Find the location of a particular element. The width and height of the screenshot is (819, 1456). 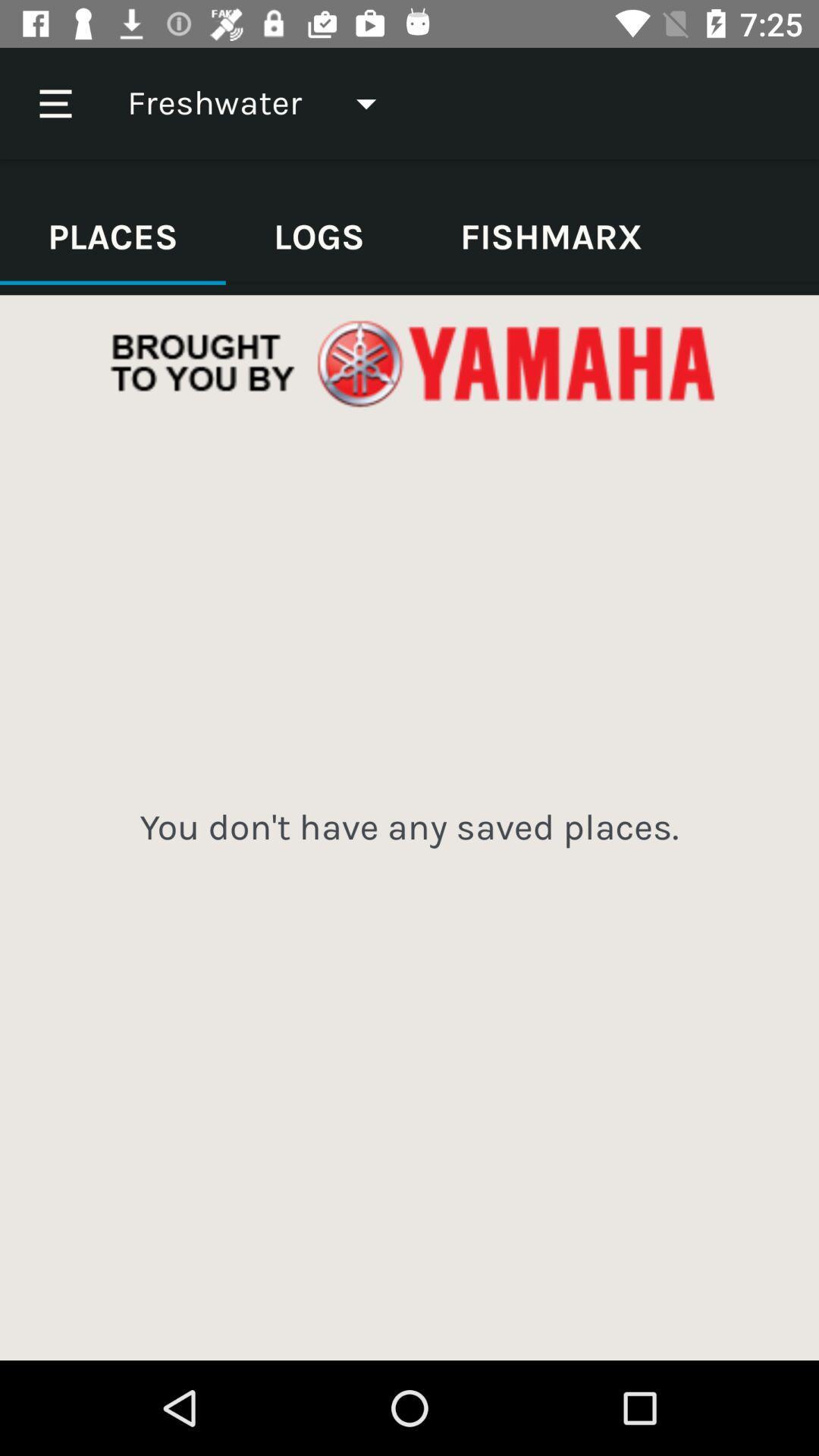

open yamaha advertisement is located at coordinates (409, 365).